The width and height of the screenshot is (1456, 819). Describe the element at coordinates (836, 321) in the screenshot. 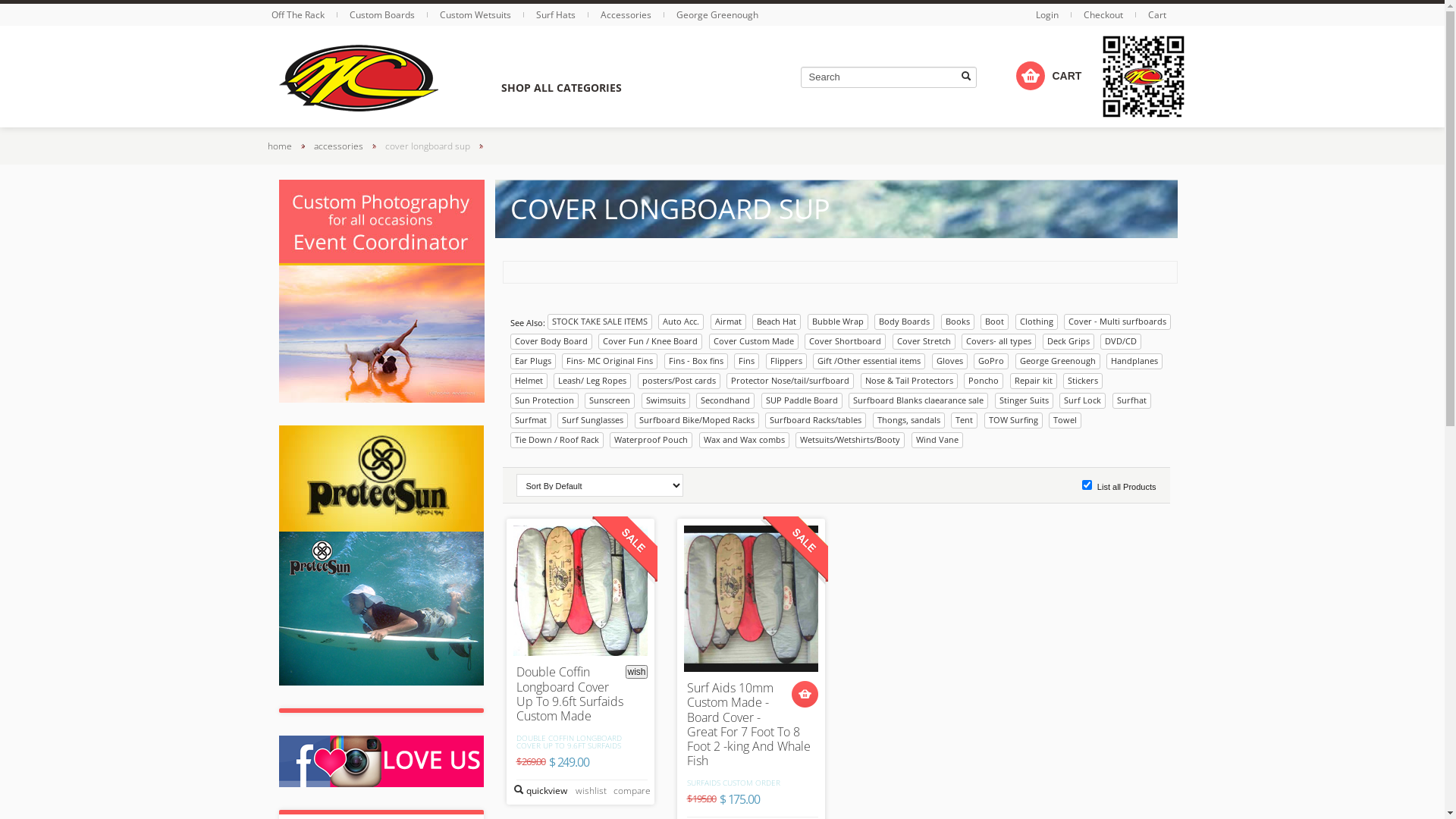

I see `'Bubble Wrap'` at that location.